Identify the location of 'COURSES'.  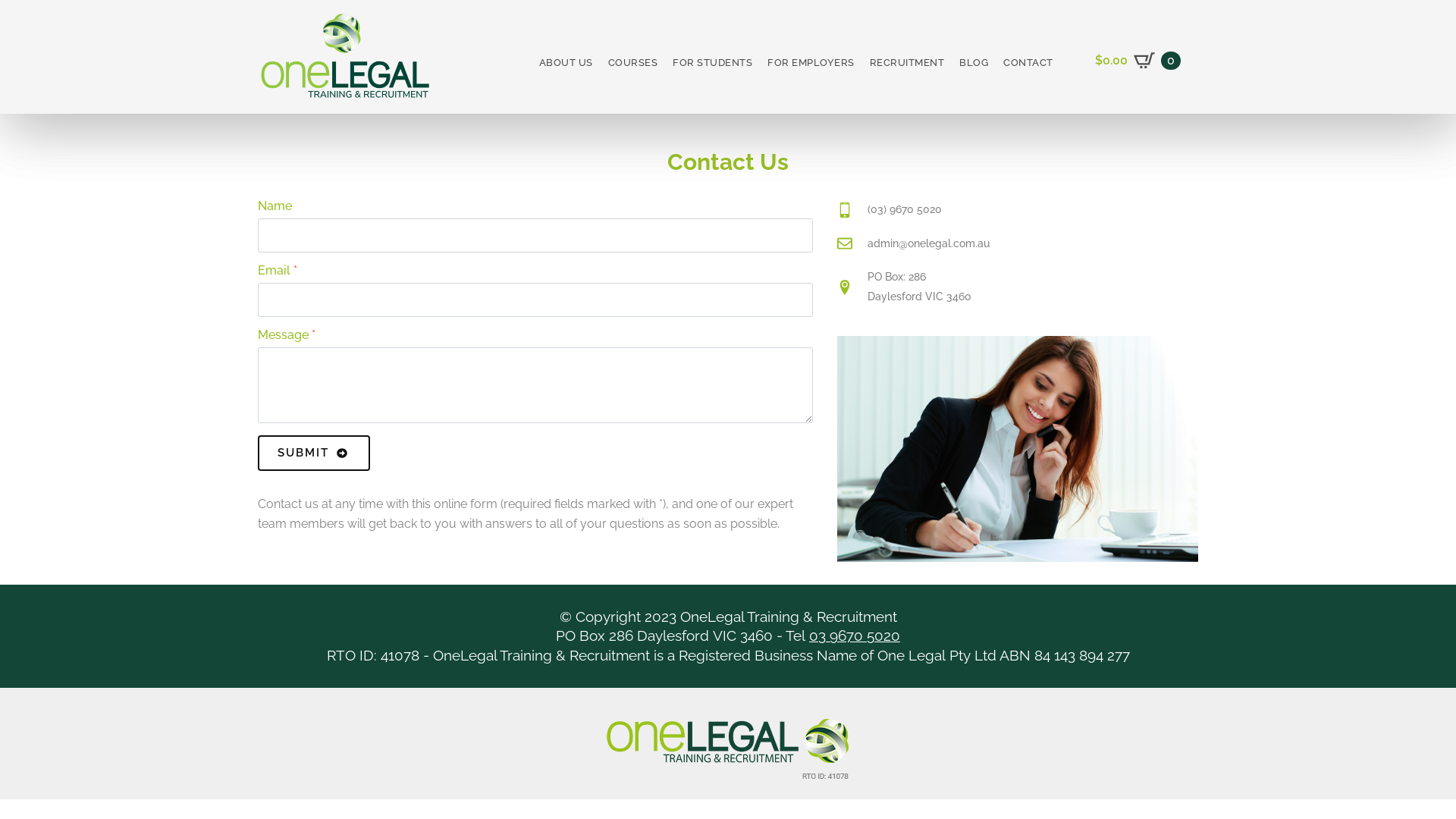
(633, 61).